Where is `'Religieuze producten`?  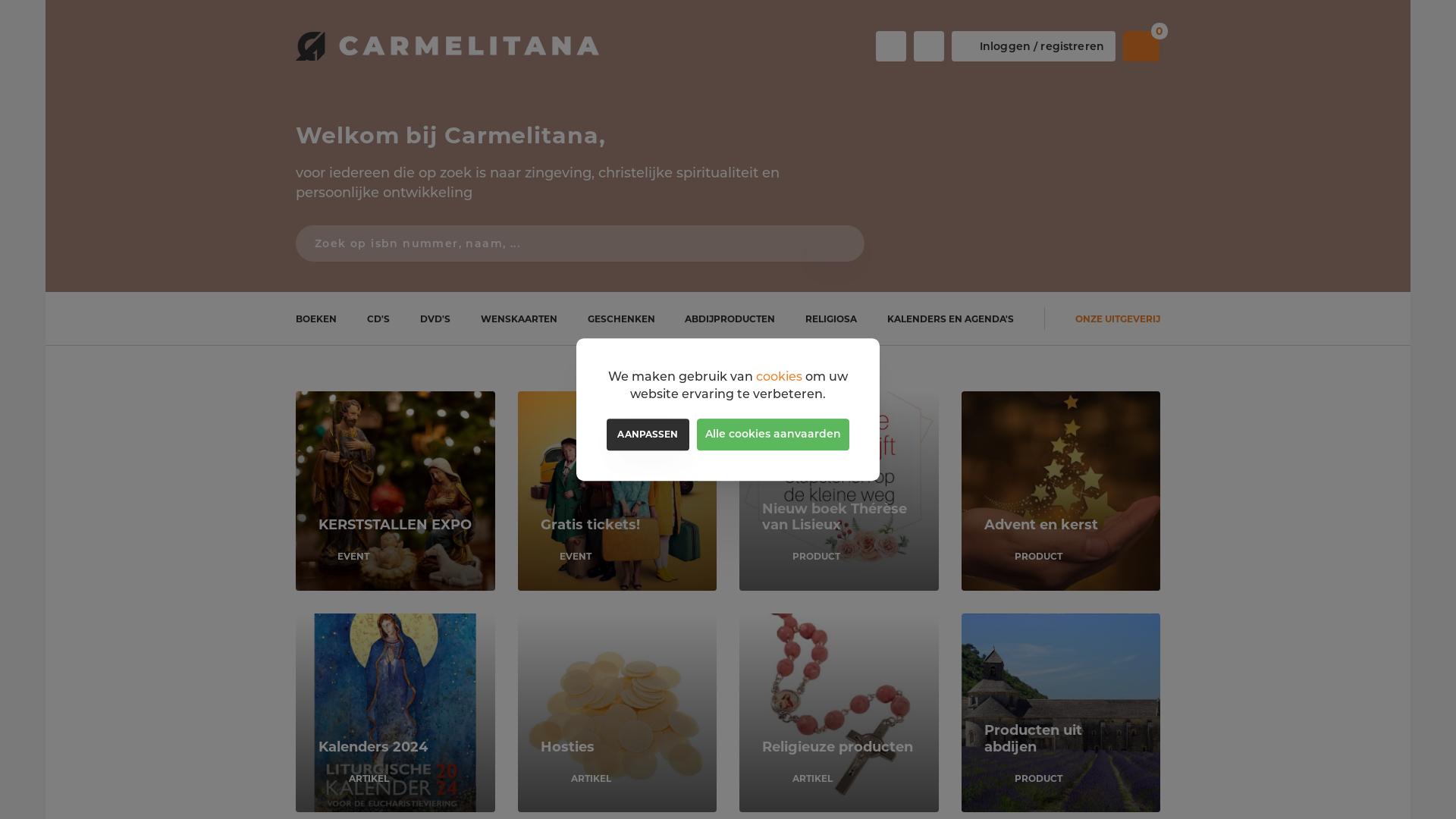 'Religieuze producten is located at coordinates (739, 713).